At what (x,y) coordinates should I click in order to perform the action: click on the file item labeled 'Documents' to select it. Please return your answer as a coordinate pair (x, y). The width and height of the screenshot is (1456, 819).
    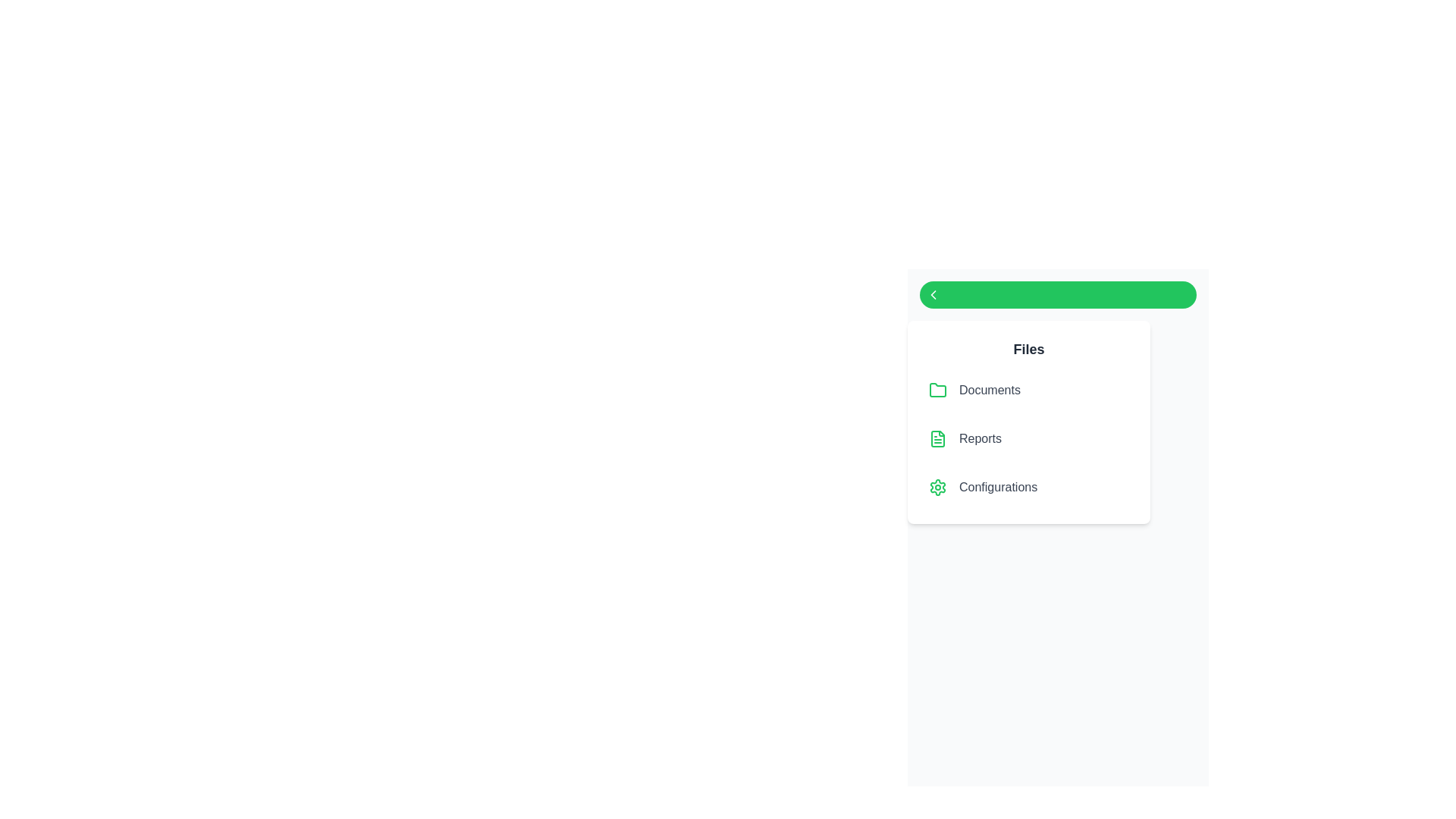
    Looking at the image, I should click on (1029, 390).